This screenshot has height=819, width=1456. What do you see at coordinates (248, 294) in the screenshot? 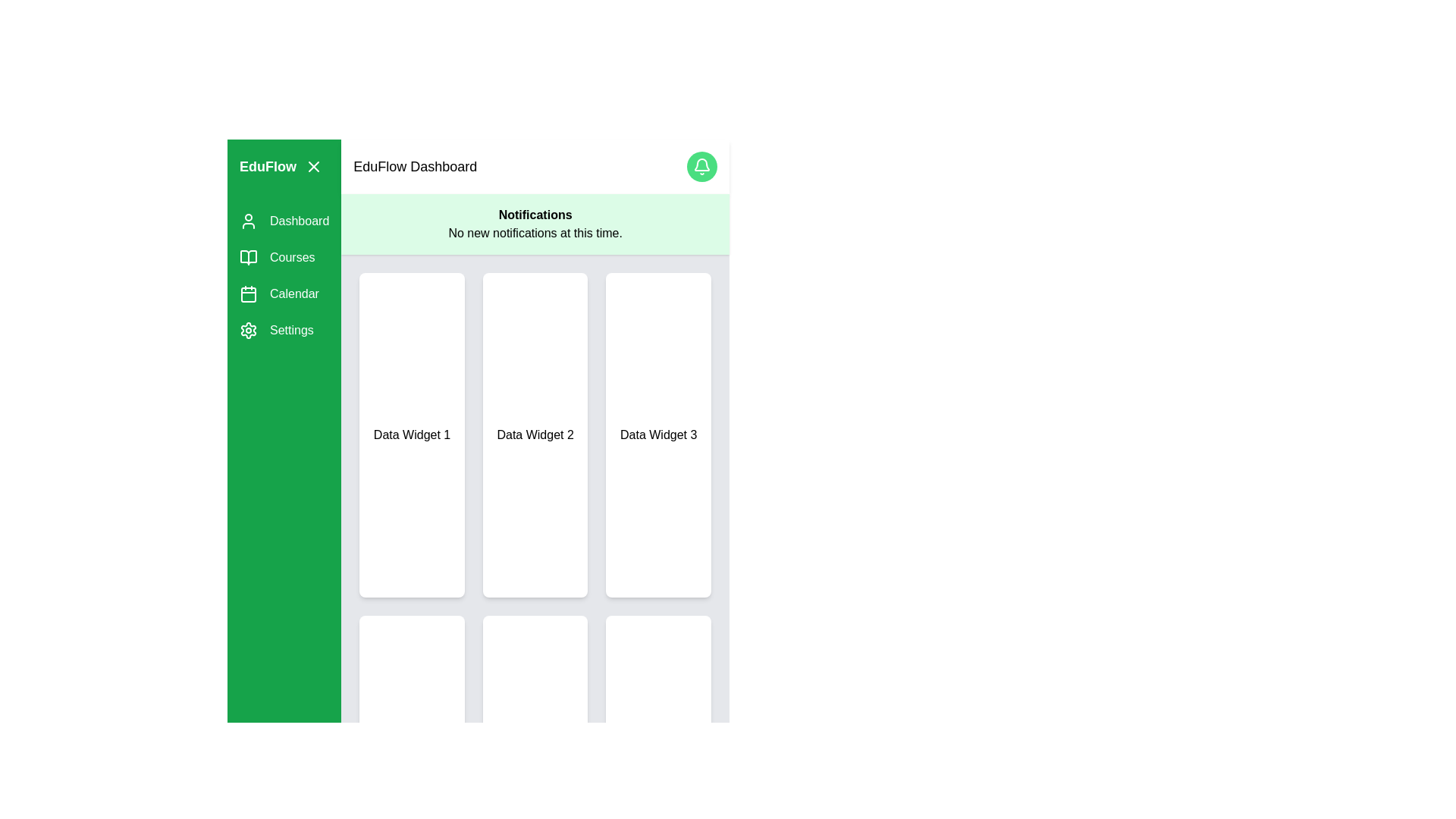
I see `the calendar icon with a green background and white outline, located in the third position on the left vertical menu, to interact with the Calendar menu item` at bounding box center [248, 294].